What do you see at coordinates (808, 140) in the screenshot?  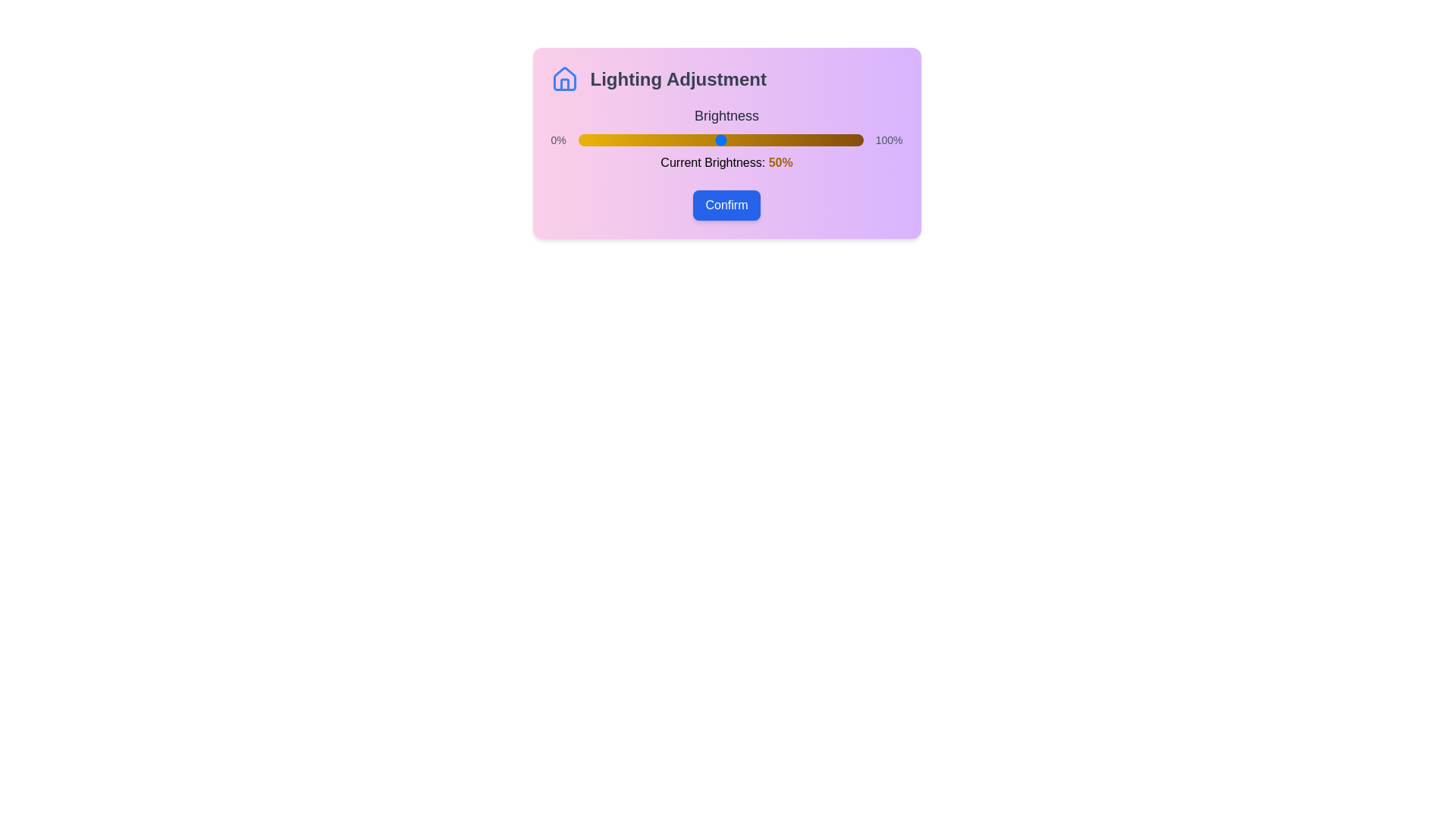 I see `the brightness slider to 81%` at bounding box center [808, 140].